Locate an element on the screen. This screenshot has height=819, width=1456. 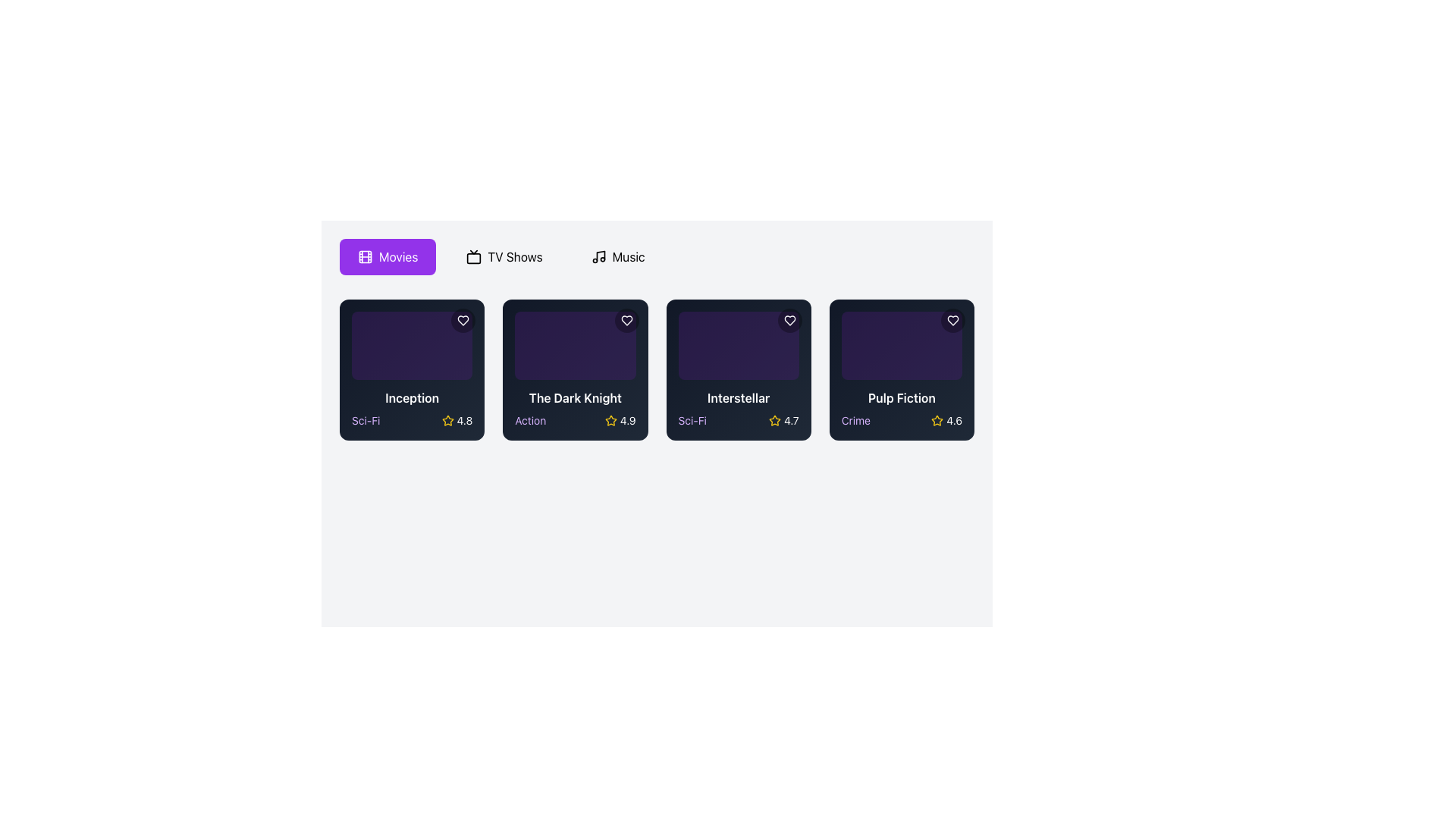
the text label displaying 'Sci-Fi' in a small-sized purple font, located in the bottom-left area of the 'Inception' movie card is located at coordinates (366, 420).